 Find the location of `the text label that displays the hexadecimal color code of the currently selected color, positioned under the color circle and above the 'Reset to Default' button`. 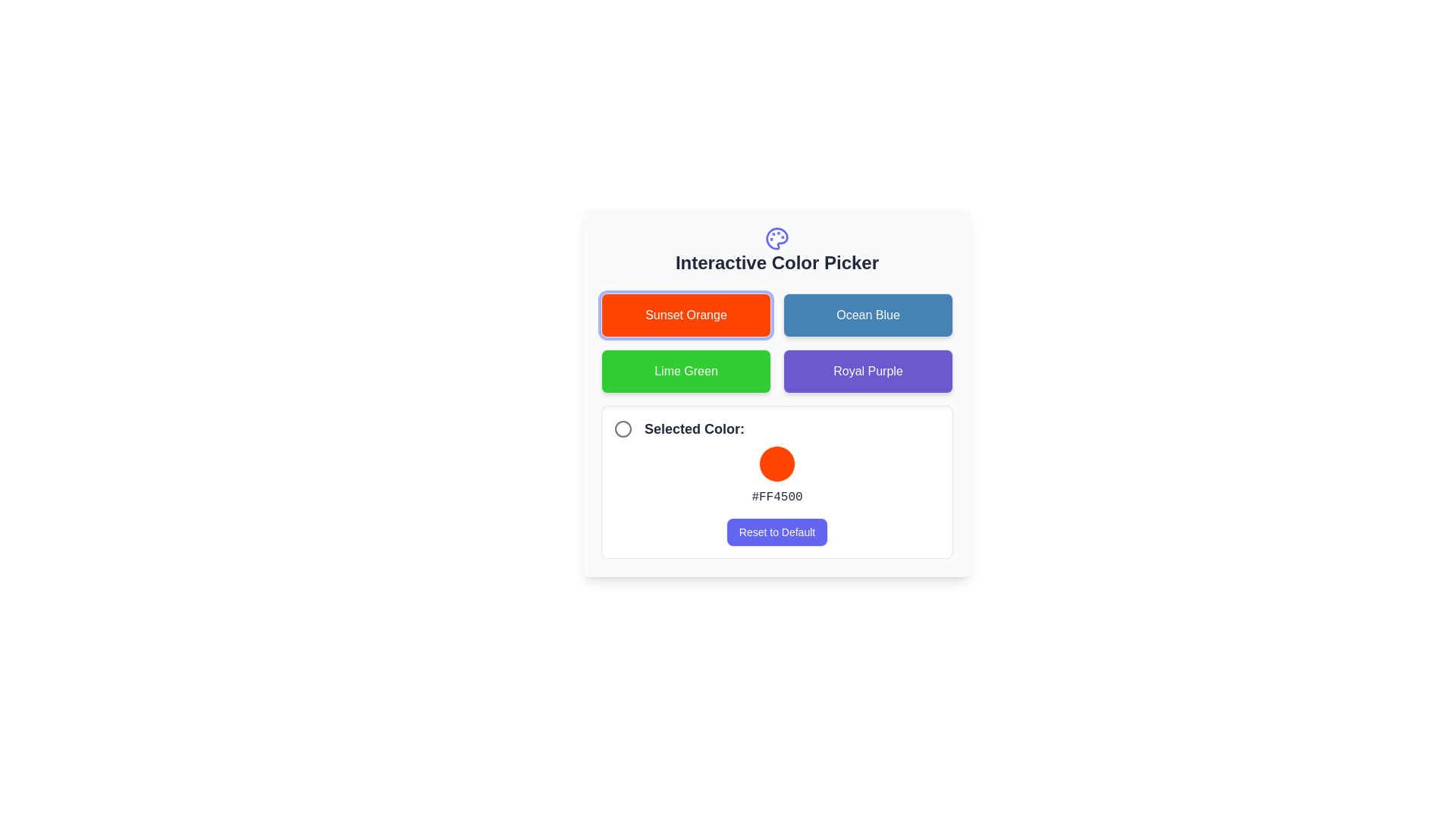

the text label that displays the hexadecimal color code of the currently selected color, positioned under the color circle and above the 'Reset to Default' button is located at coordinates (777, 497).